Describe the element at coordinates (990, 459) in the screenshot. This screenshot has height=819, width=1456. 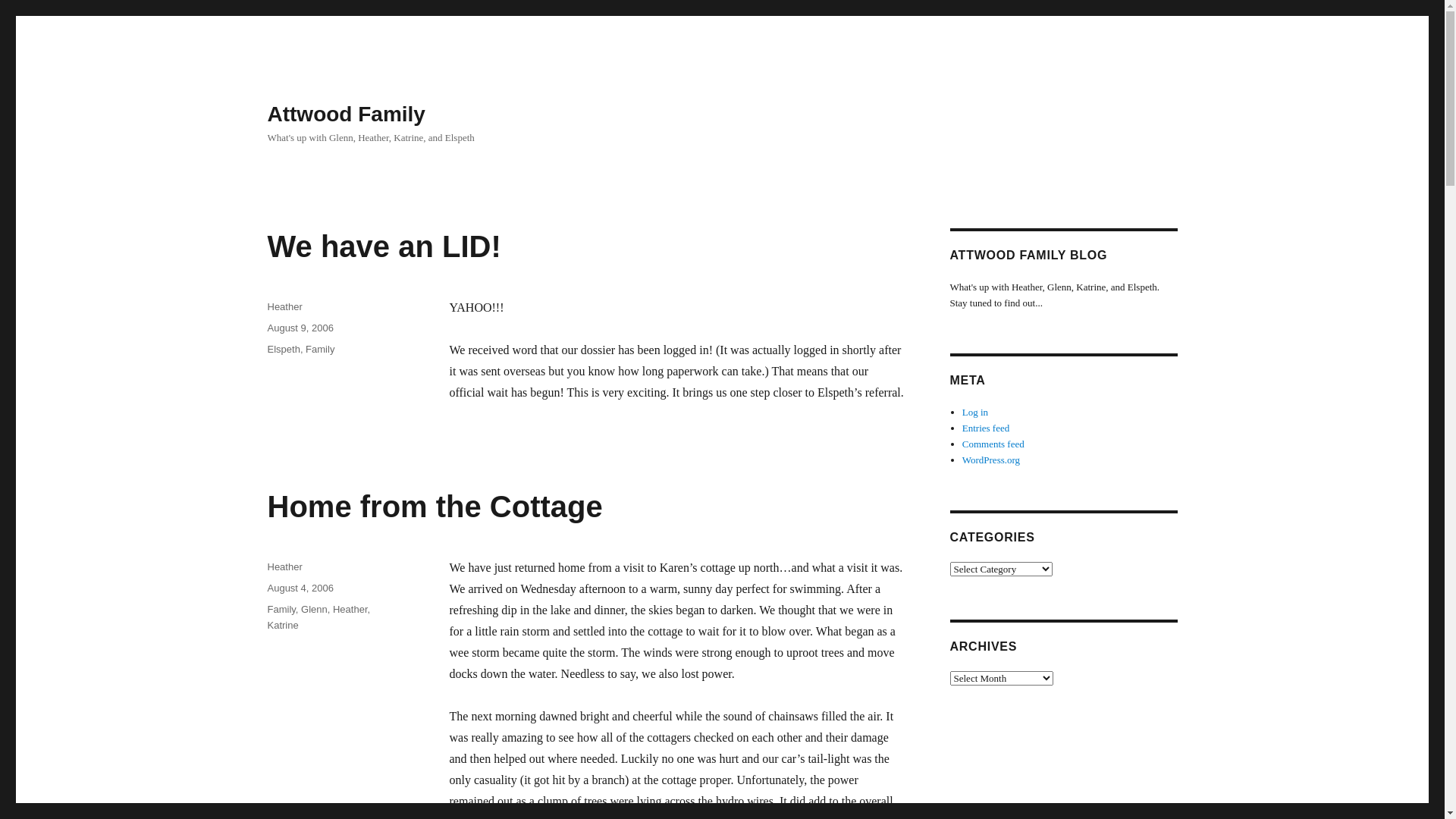
I see `'WordPress.org'` at that location.